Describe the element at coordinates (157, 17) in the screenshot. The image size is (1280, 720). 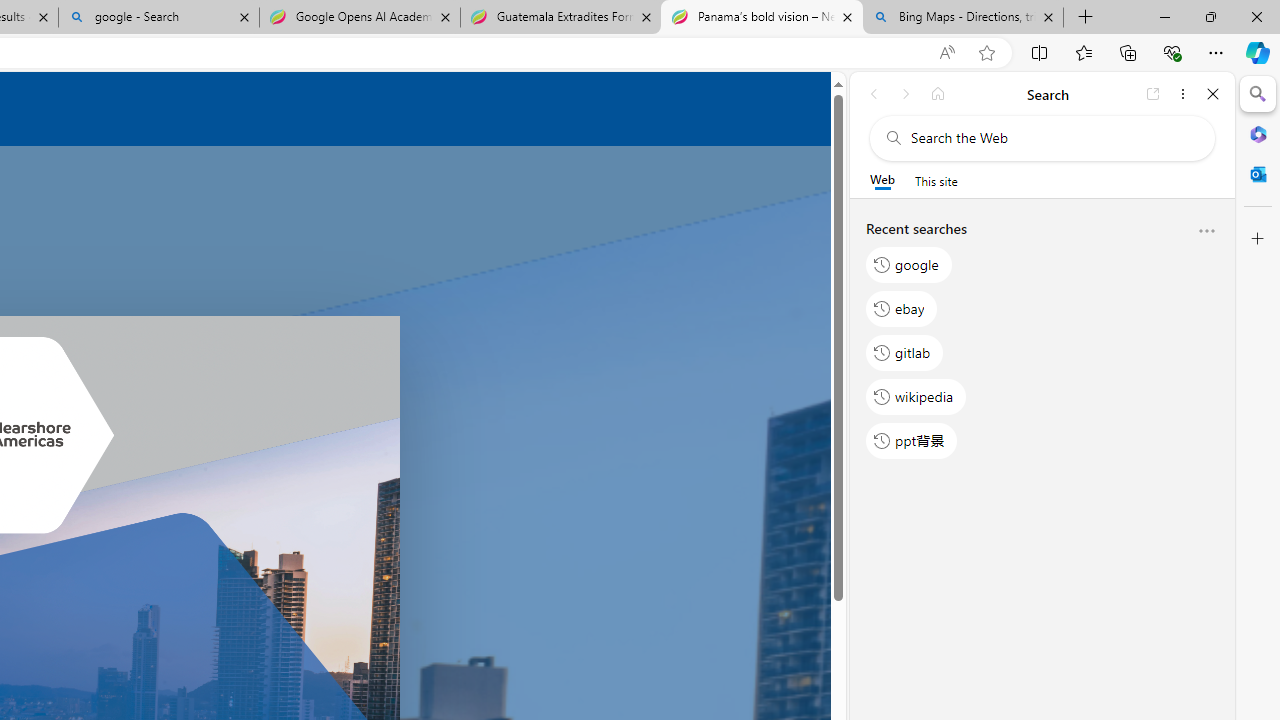
I see `'google - Search'` at that location.